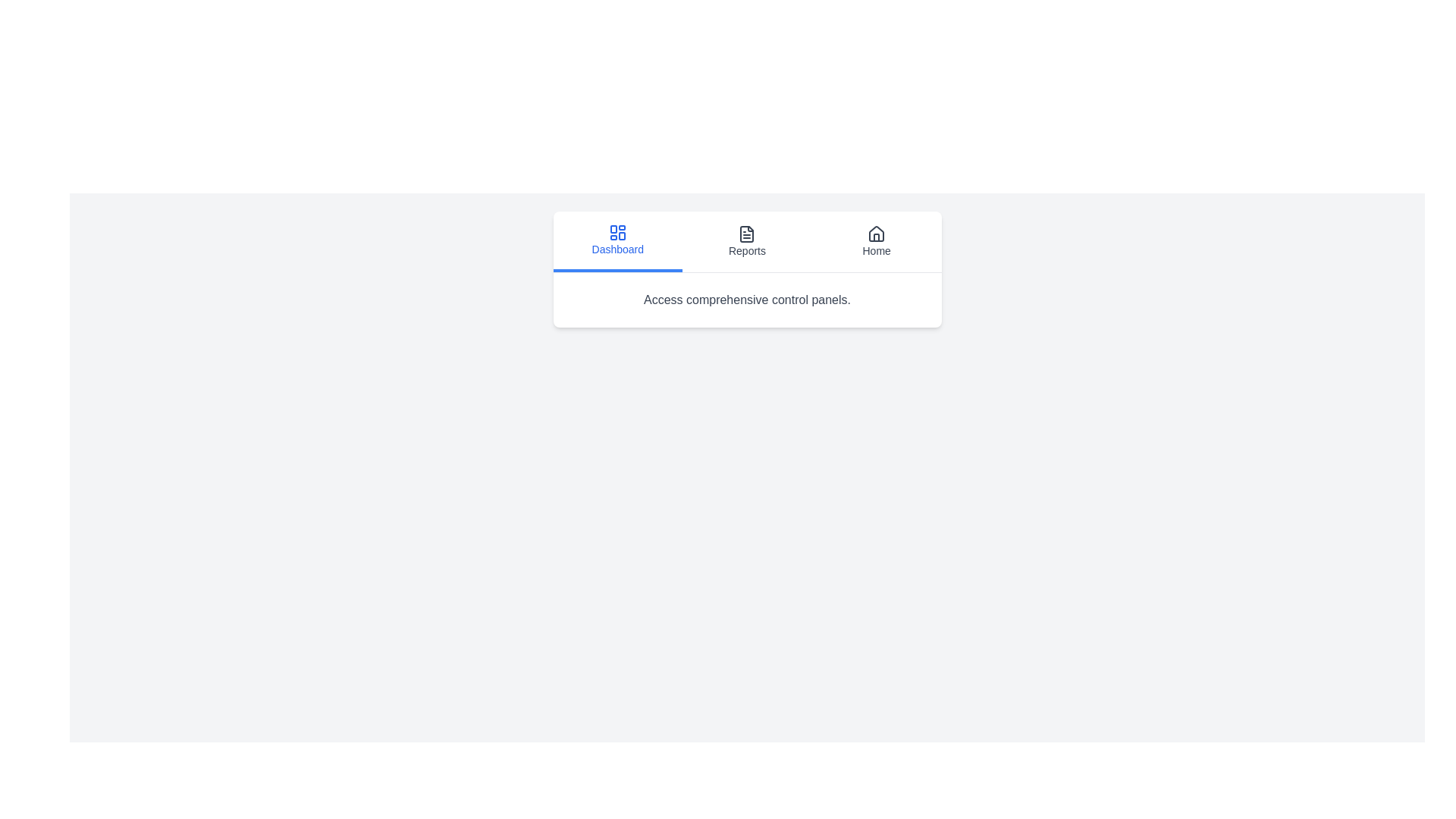 This screenshot has height=819, width=1456. I want to click on the tab button labeled Home, so click(877, 241).